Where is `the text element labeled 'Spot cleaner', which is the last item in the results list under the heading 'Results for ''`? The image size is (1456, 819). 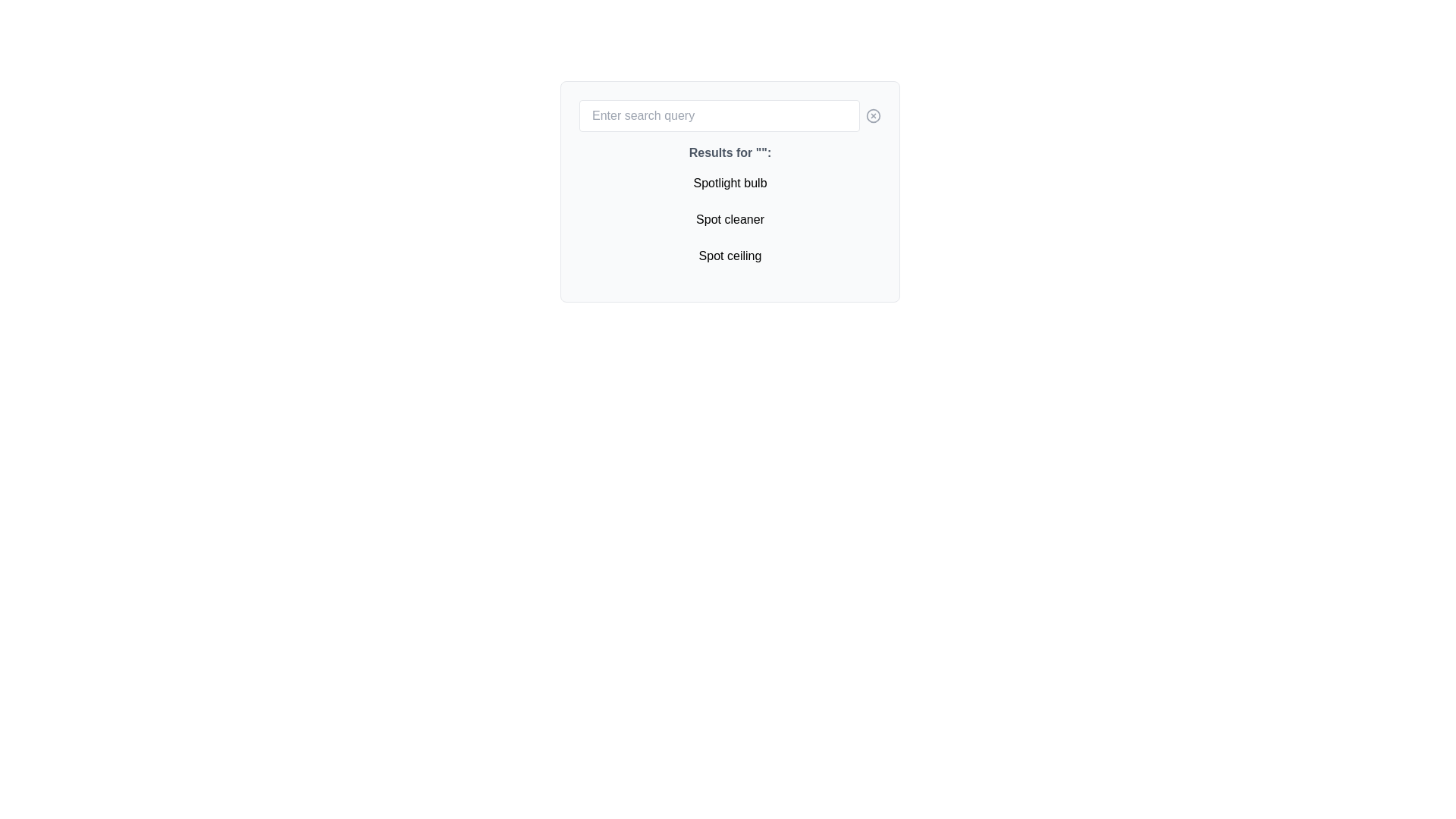 the text element labeled 'Spot cleaner', which is the last item in the results list under the heading 'Results for '' is located at coordinates (762, 219).